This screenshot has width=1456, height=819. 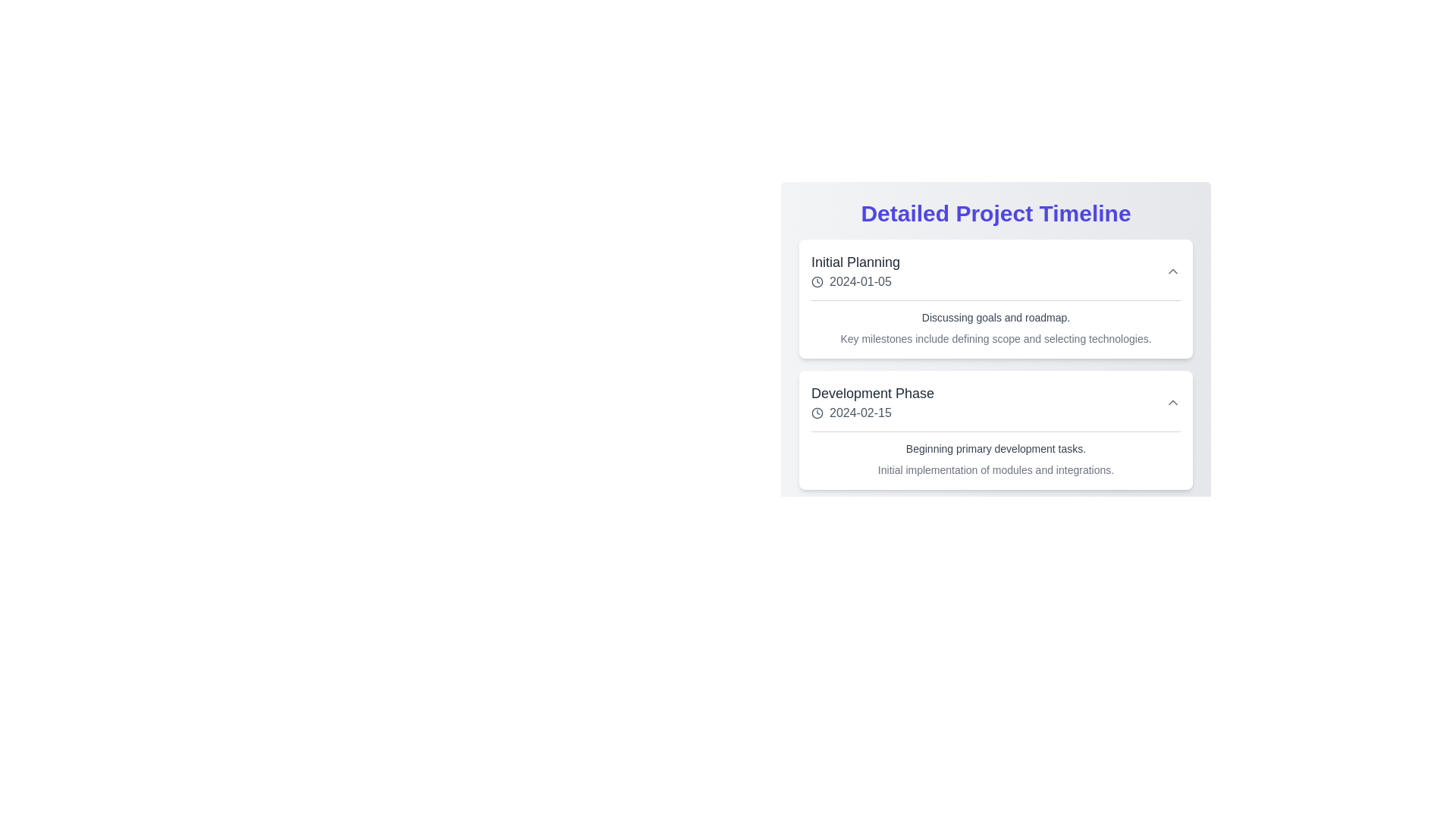 I want to click on the date in the 'Initial Planning' project timeline entry, so click(x=996, y=271).